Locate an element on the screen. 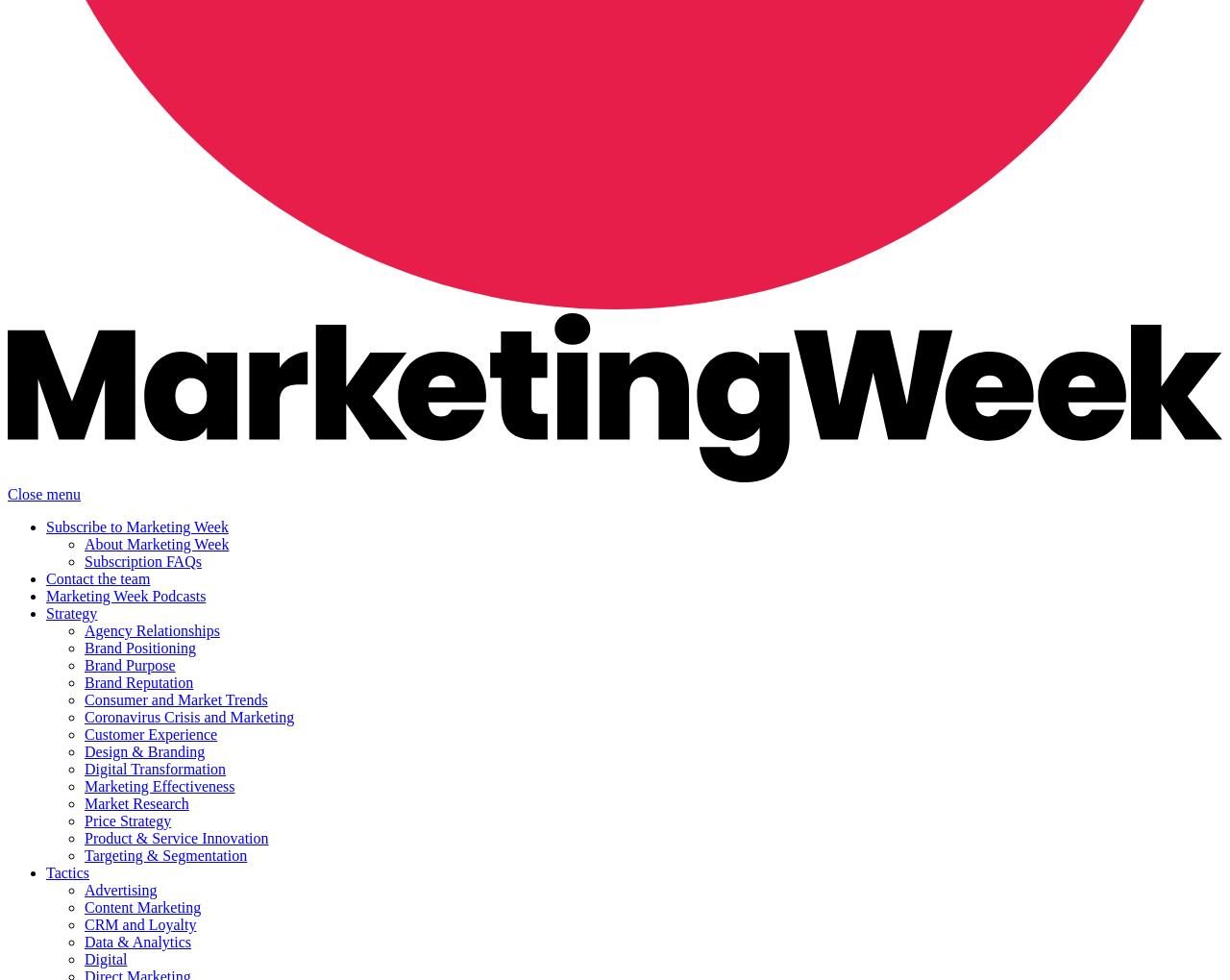 The height and width of the screenshot is (980, 1230). 'Contact the team' is located at coordinates (97, 577).